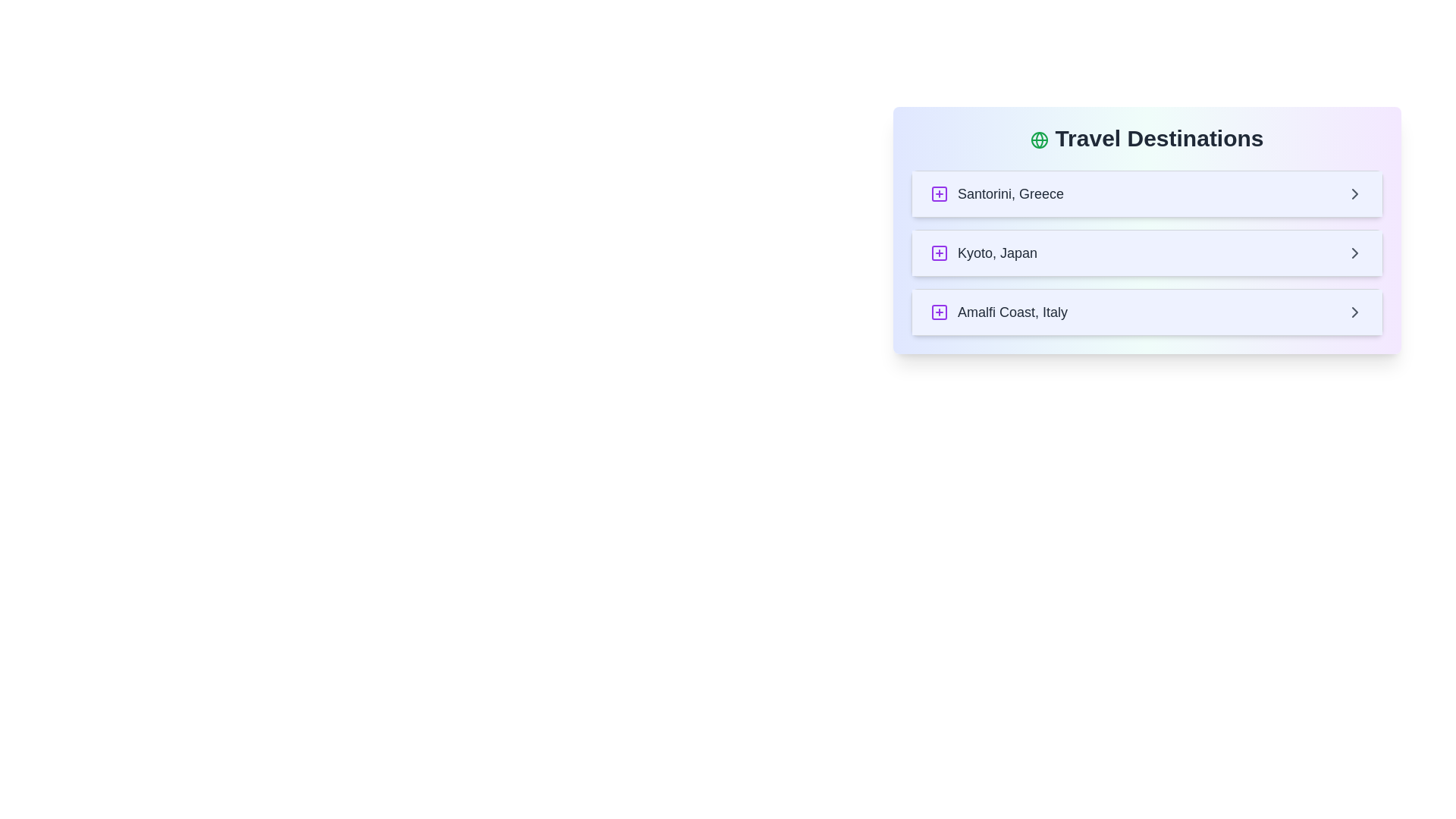 The width and height of the screenshot is (1456, 819). Describe the element at coordinates (1039, 140) in the screenshot. I see `the travel destinations icon located to the immediate left of the text 'Travel Destinations' in the heading area` at that location.